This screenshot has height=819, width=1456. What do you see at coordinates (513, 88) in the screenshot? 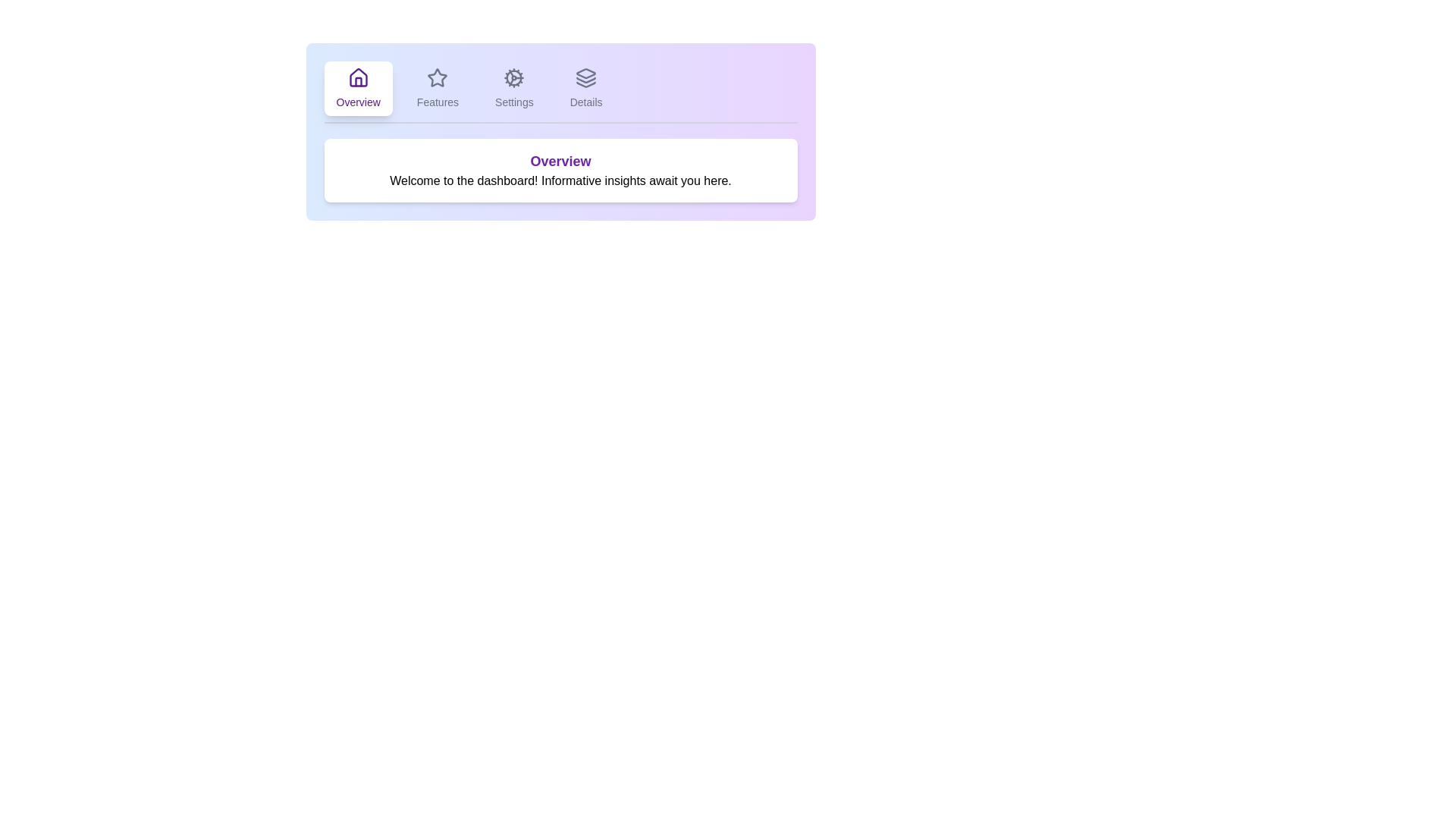
I see `the Settings tab by clicking on its label or icon` at bounding box center [513, 88].